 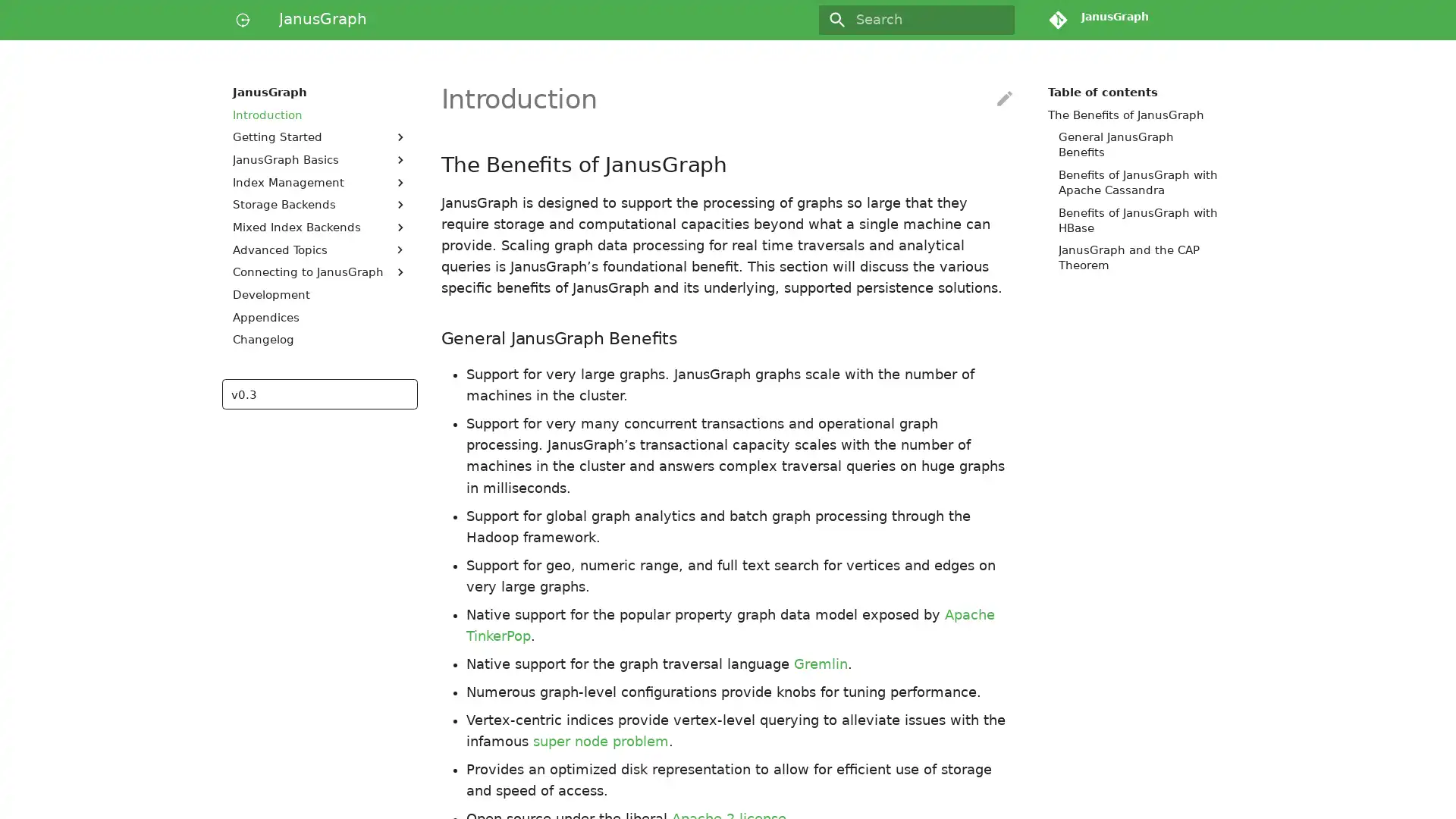 I want to click on Clear, so click(x=996, y=20).